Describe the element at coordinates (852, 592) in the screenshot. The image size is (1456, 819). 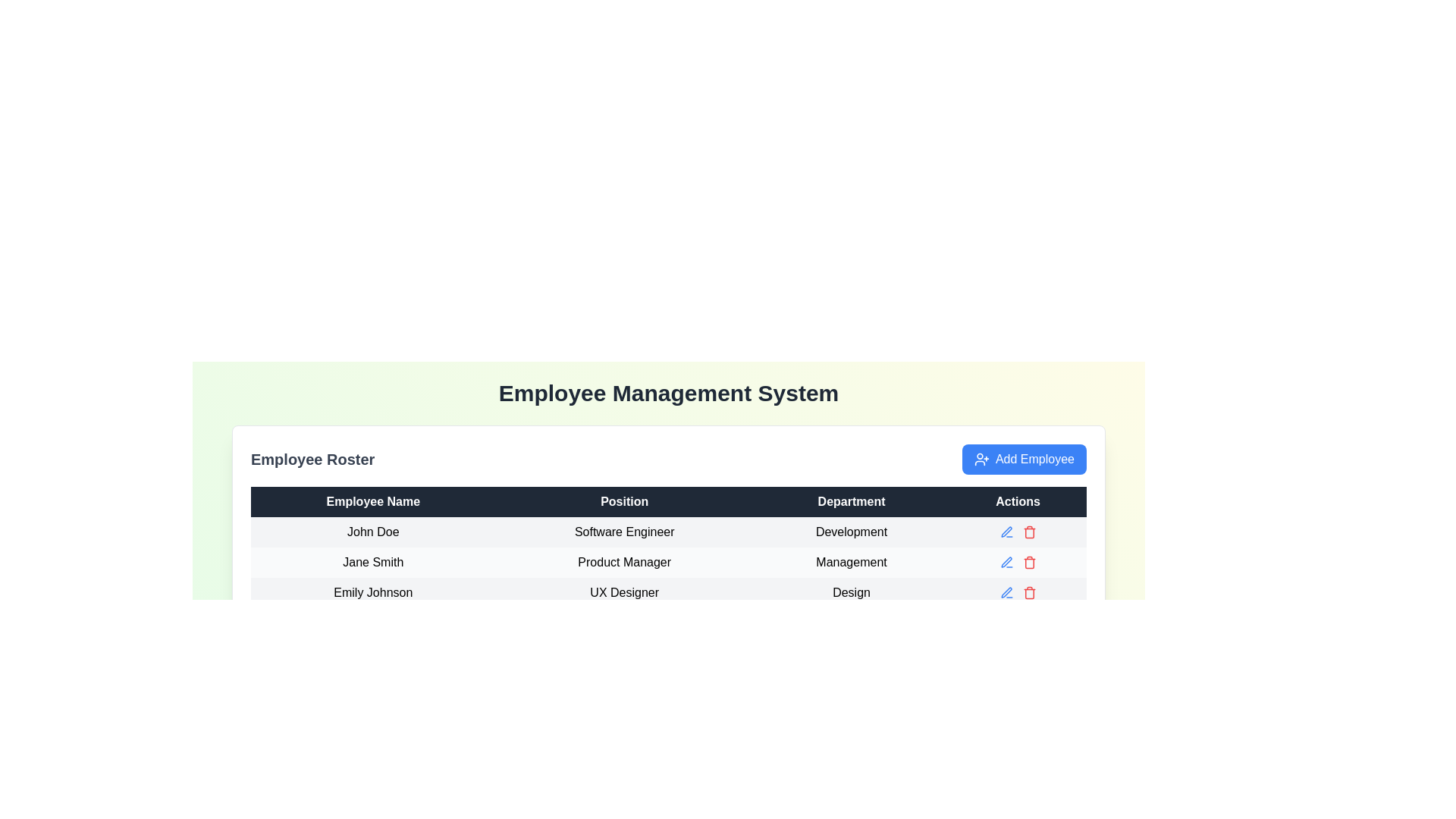
I see `the static text displaying the department 'Design' for employee 'Emily Johnson' in the employee roster table` at that location.